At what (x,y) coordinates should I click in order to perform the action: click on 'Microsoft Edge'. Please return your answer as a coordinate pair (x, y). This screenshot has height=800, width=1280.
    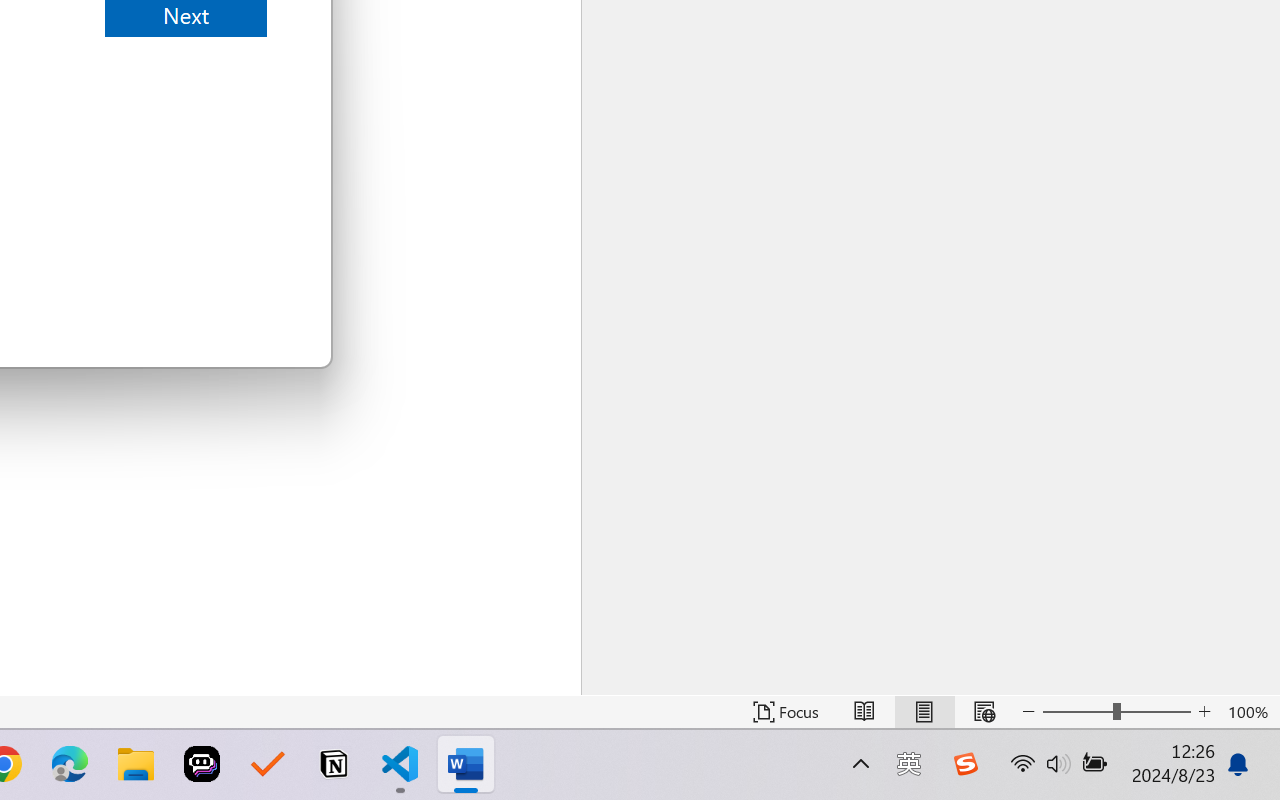
    Looking at the image, I should click on (69, 764).